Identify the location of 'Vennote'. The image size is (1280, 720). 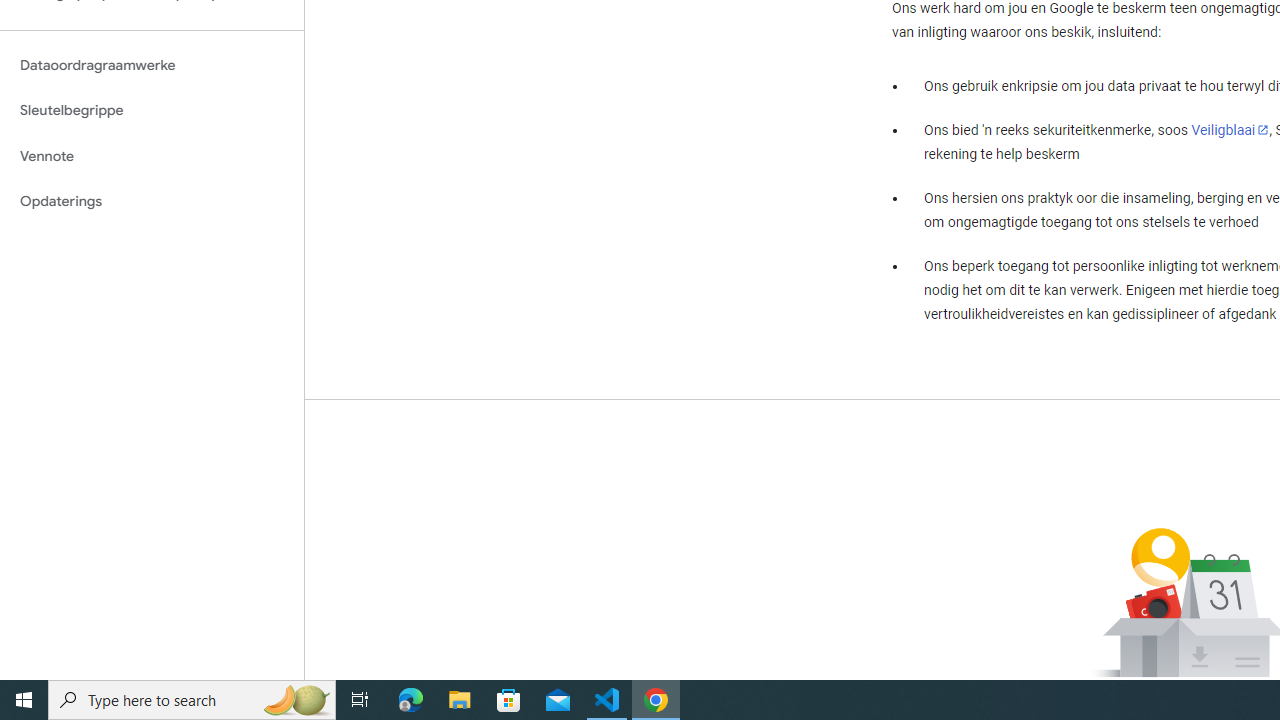
(151, 155).